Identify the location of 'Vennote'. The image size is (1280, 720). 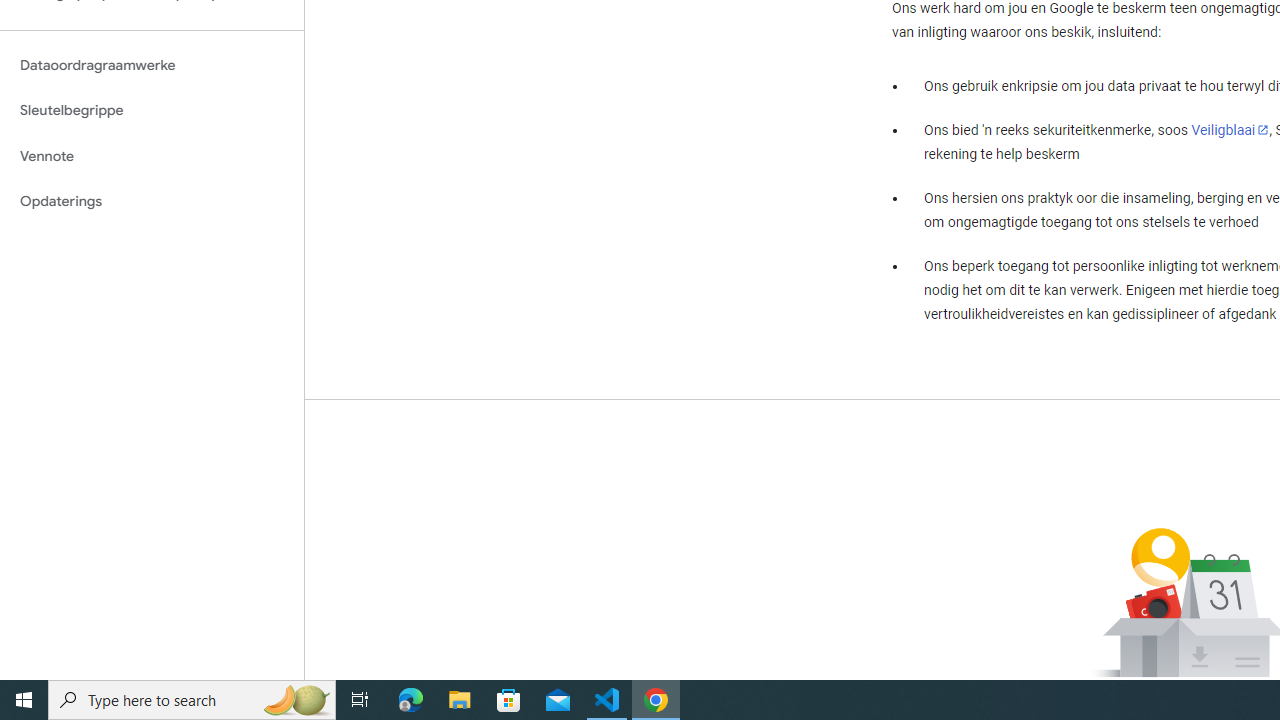
(151, 155).